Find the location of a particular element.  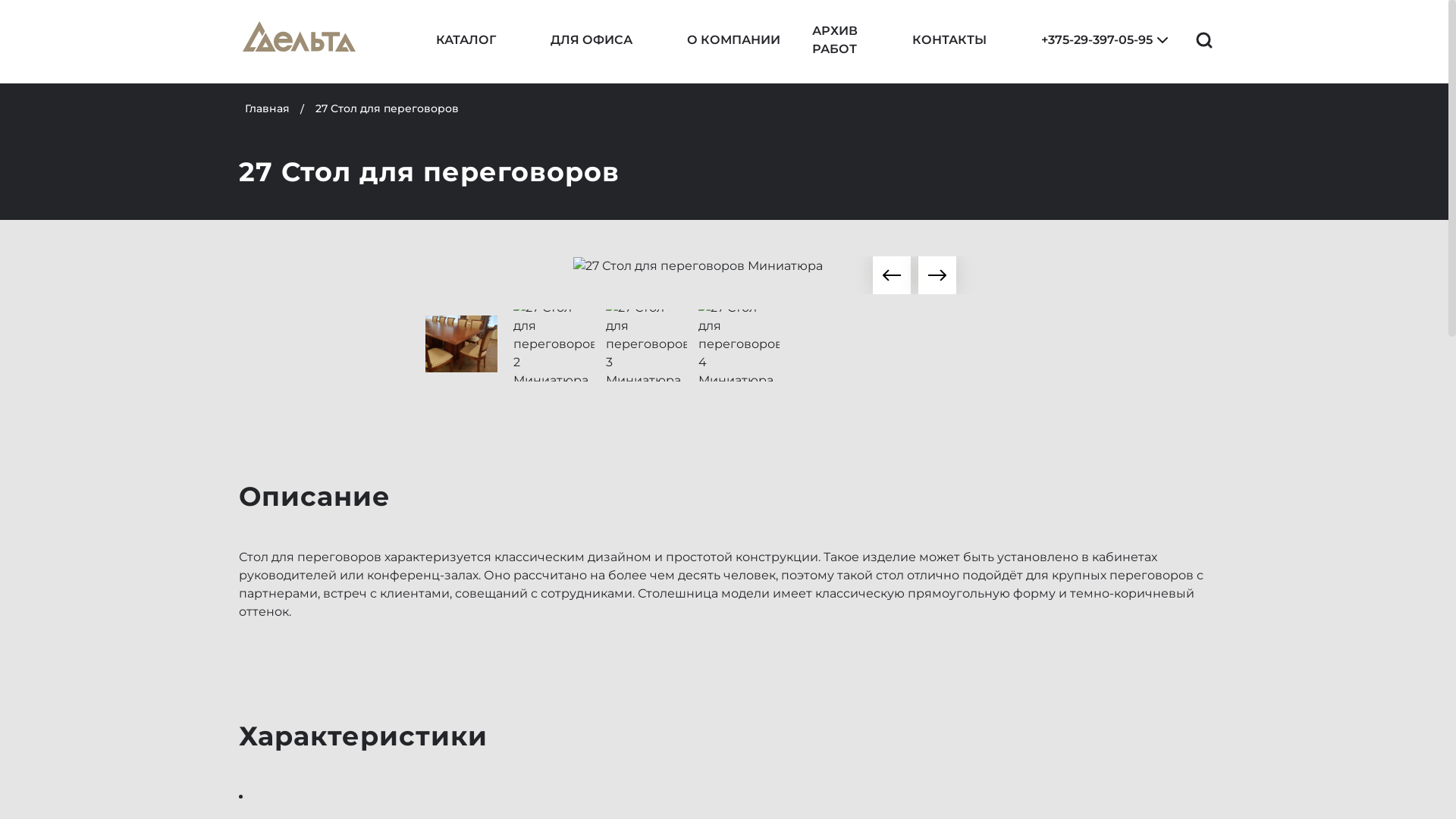

'+375-29-397-05-95' is located at coordinates (1084, 40).